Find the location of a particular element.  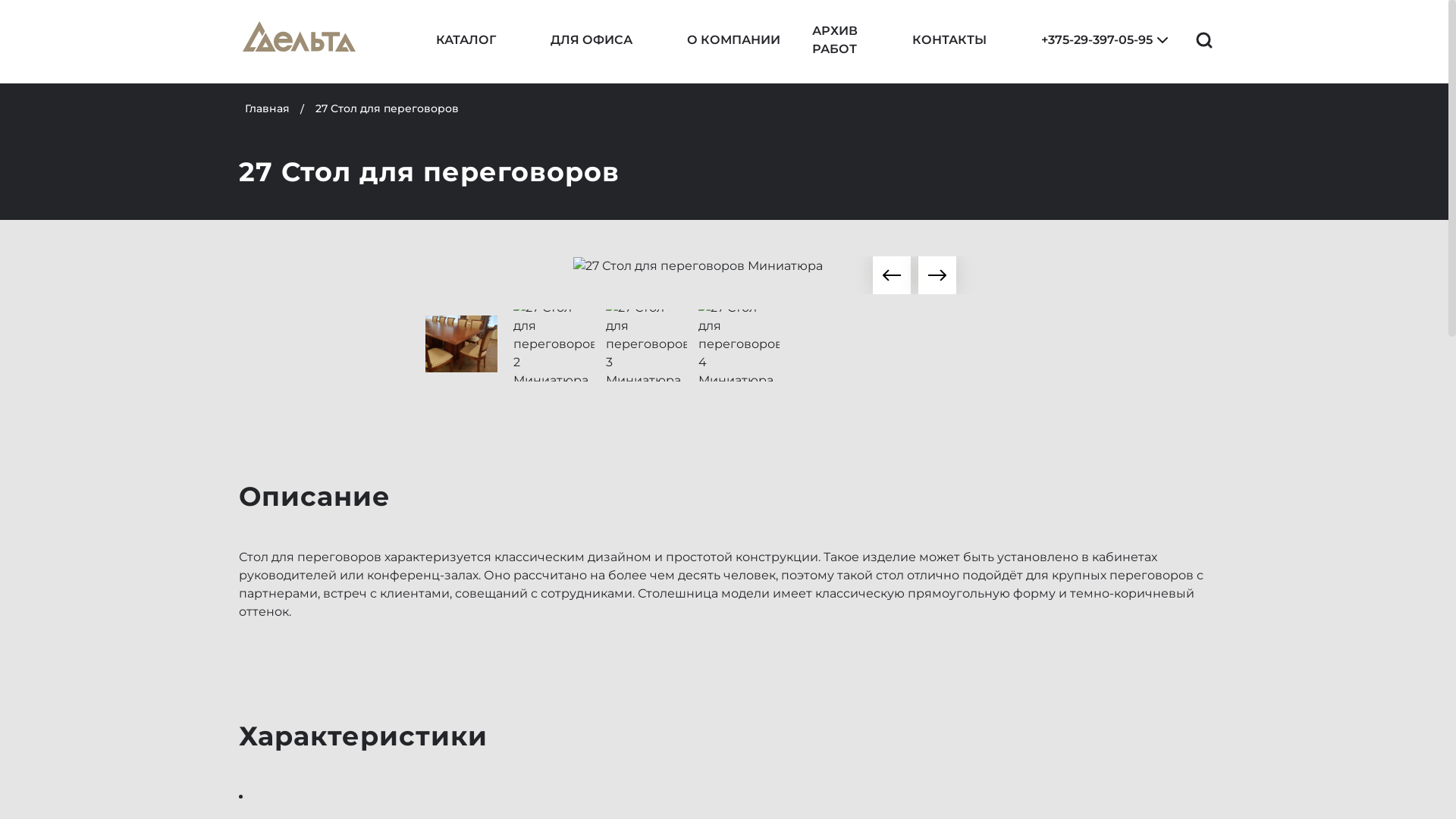

'+375-29-397-05-95' is located at coordinates (1084, 40).